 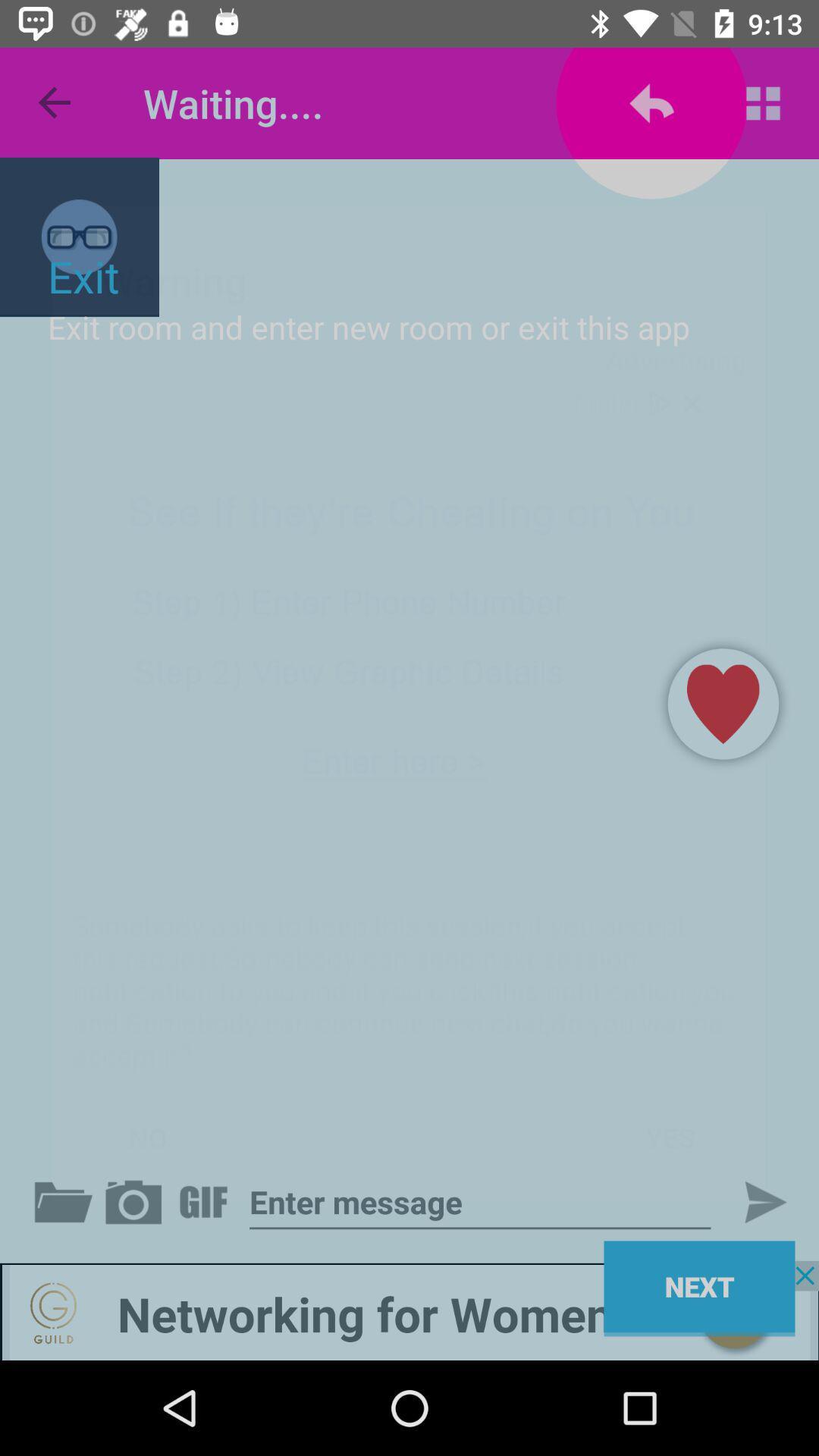 What do you see at coordinates (480, 1201) in the screenshot?
I see `text` at bounding box center [480, 1201].